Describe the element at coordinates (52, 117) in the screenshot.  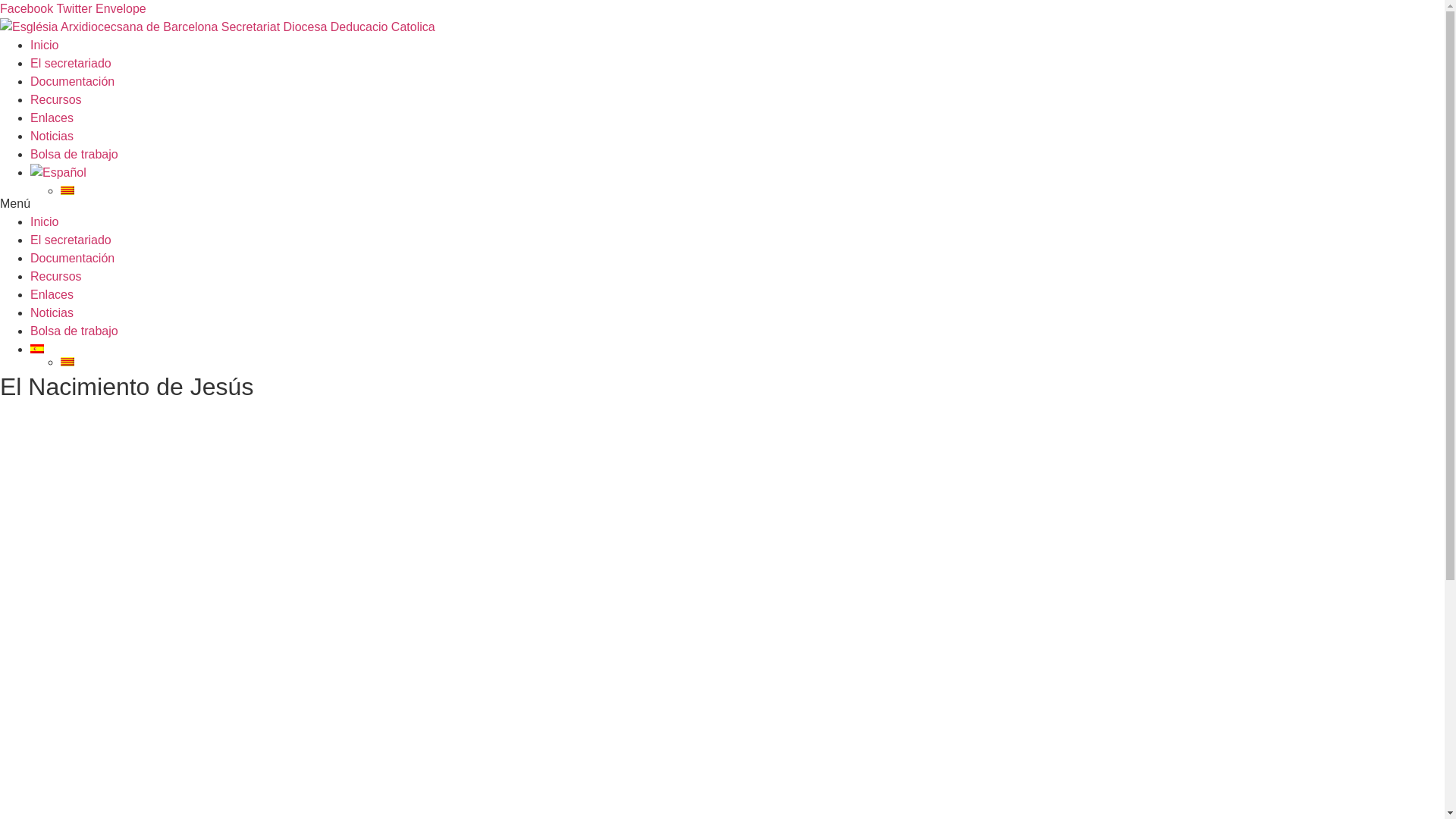
I see `'Enlaces'` at that location.